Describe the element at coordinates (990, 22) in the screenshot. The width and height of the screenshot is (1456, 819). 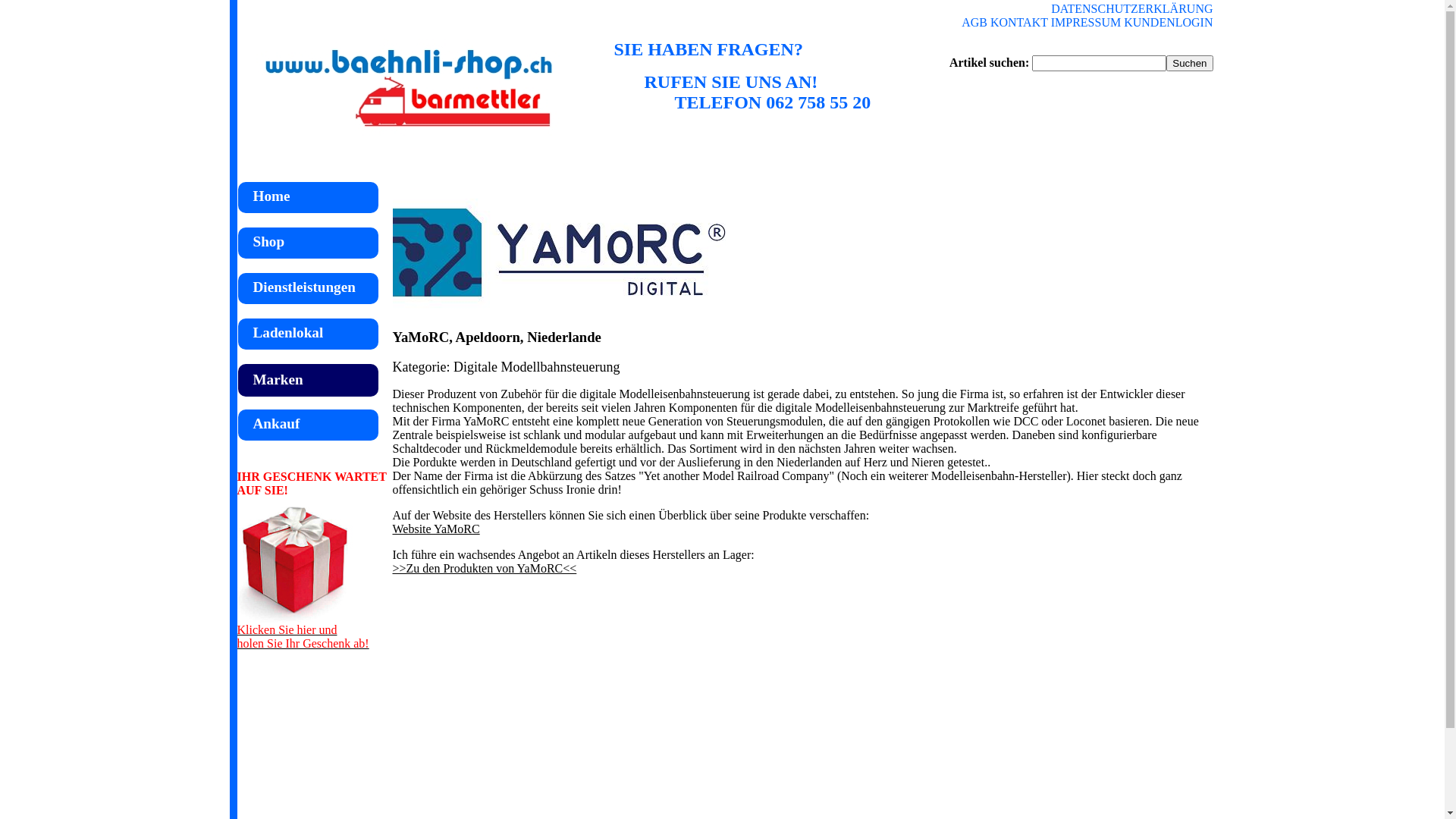
I see `'KONTAKT'` at that location.